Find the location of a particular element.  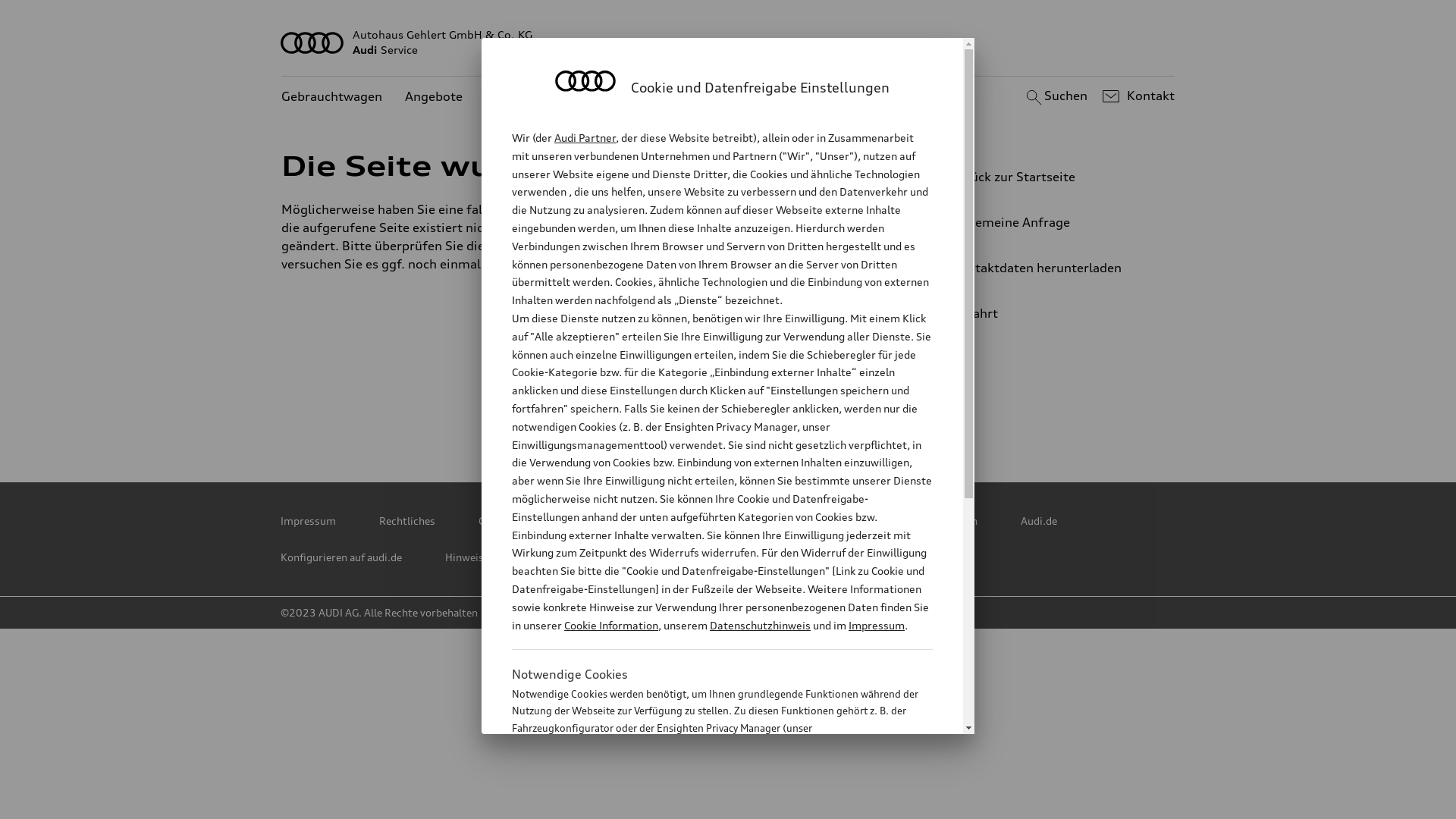

'Datenschutzhinweis' is located at coordinates (760, 625).